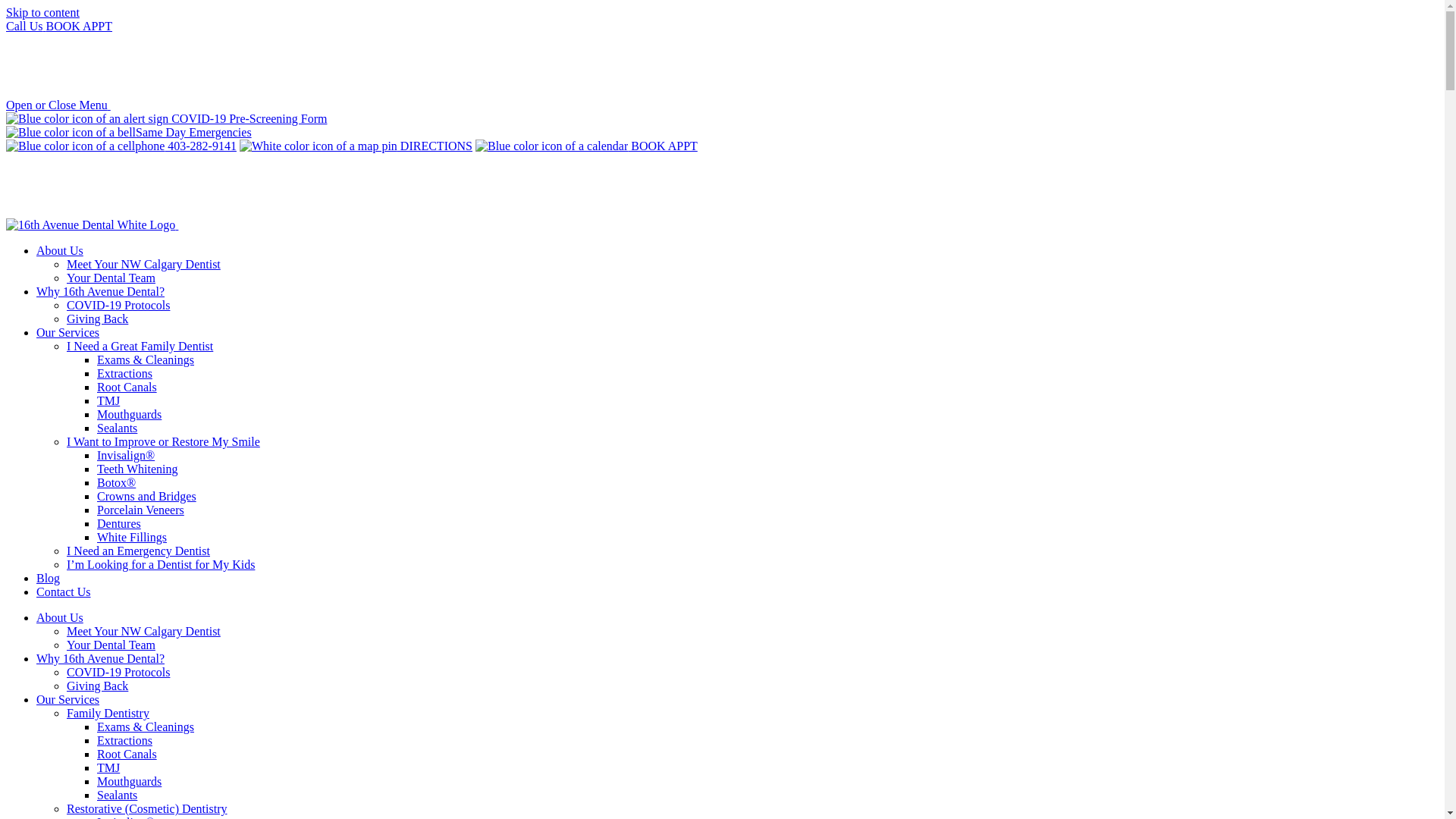 This screenshot has height=819, width=1456. Describe the element at coordinates (137, 468) in the screenshot. I see `'Teeth Whitening'` at that location.